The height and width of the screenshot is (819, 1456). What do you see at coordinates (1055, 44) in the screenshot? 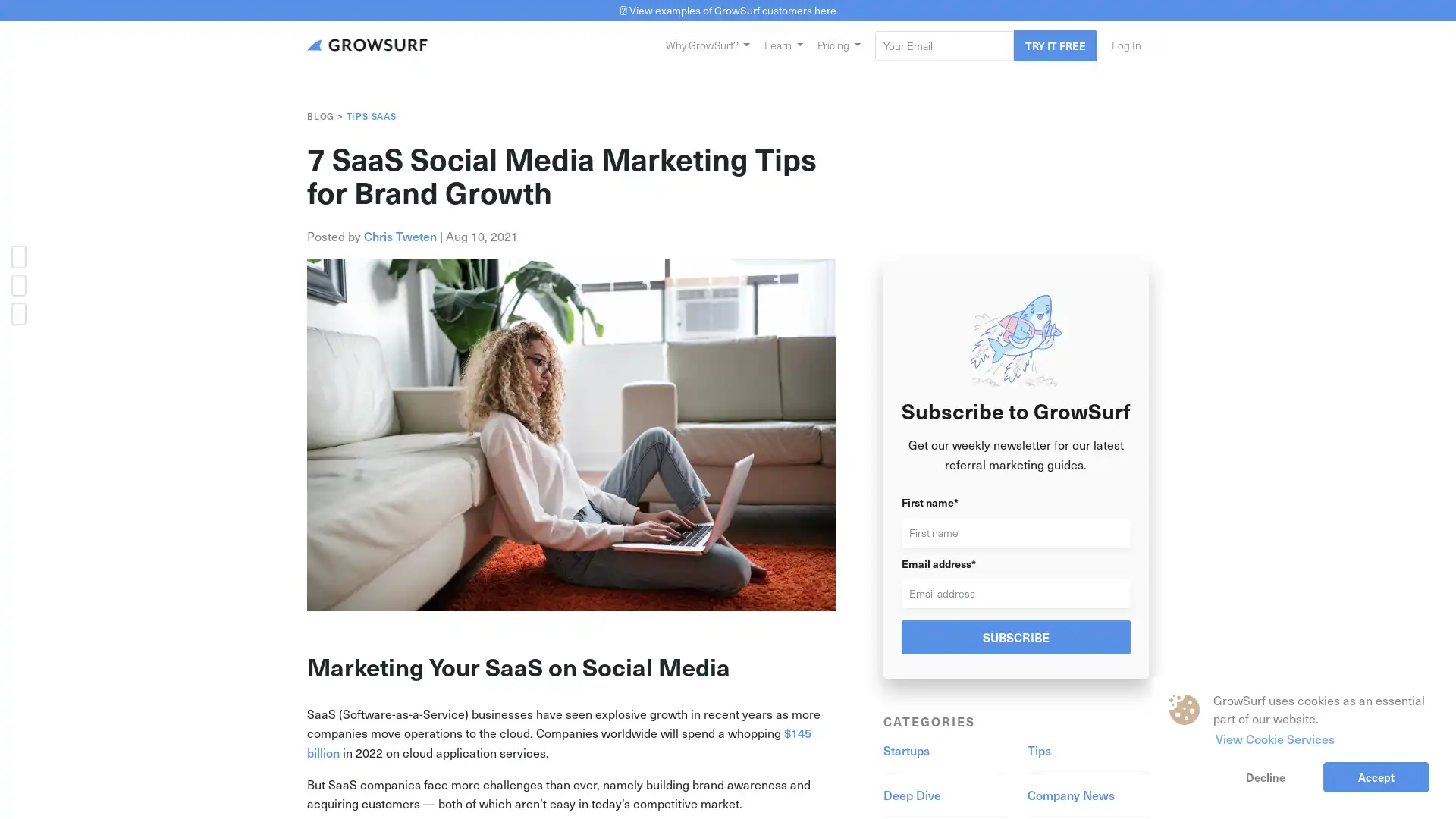
I see `TRY IT FREE` at bounding box center [1055, 44].